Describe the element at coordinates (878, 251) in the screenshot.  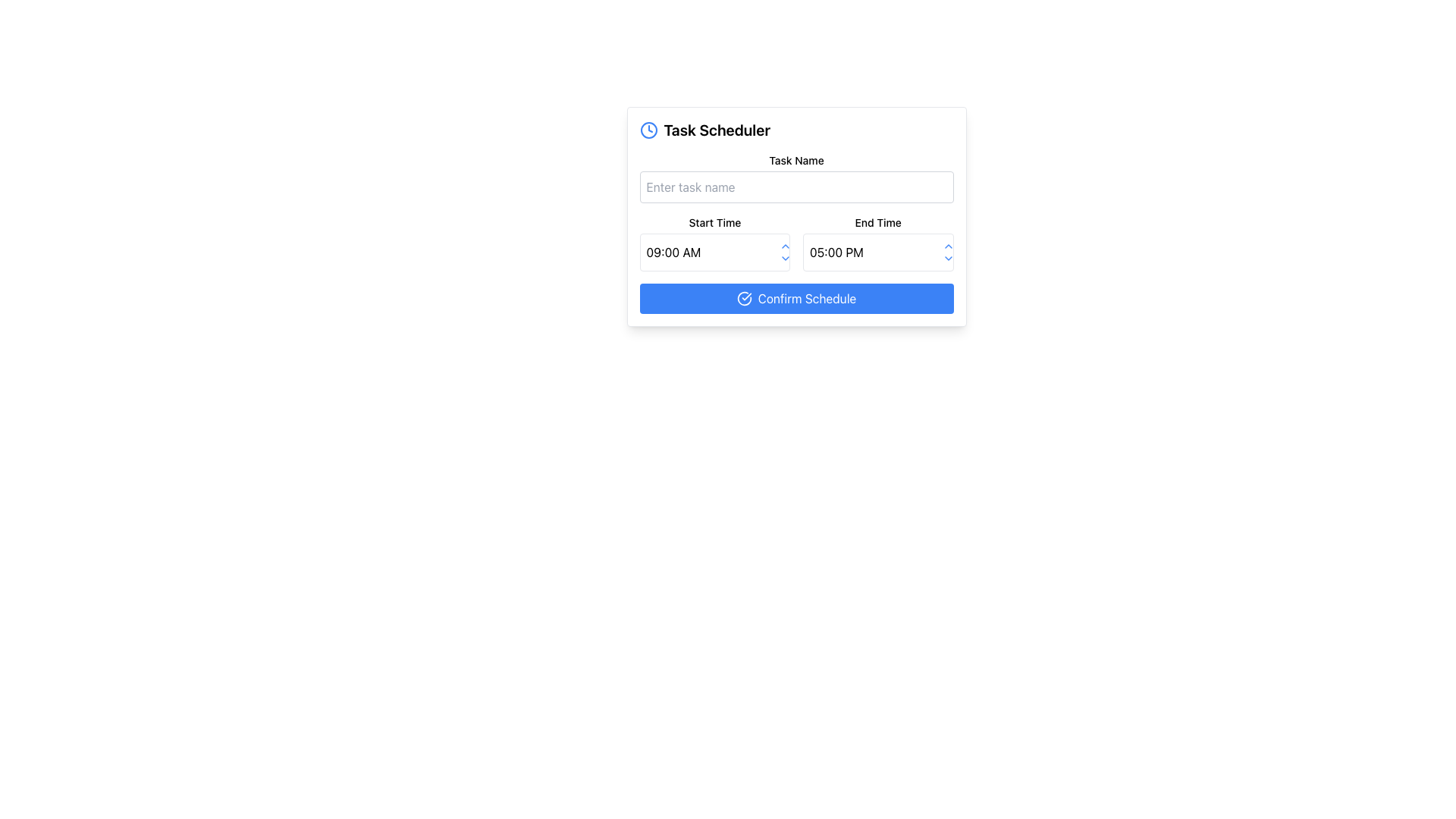
I see `the arrow icons of the time picker located in the 'End Time' field of the 'Task Scheduler' form to increment or decrement the time` at that location.